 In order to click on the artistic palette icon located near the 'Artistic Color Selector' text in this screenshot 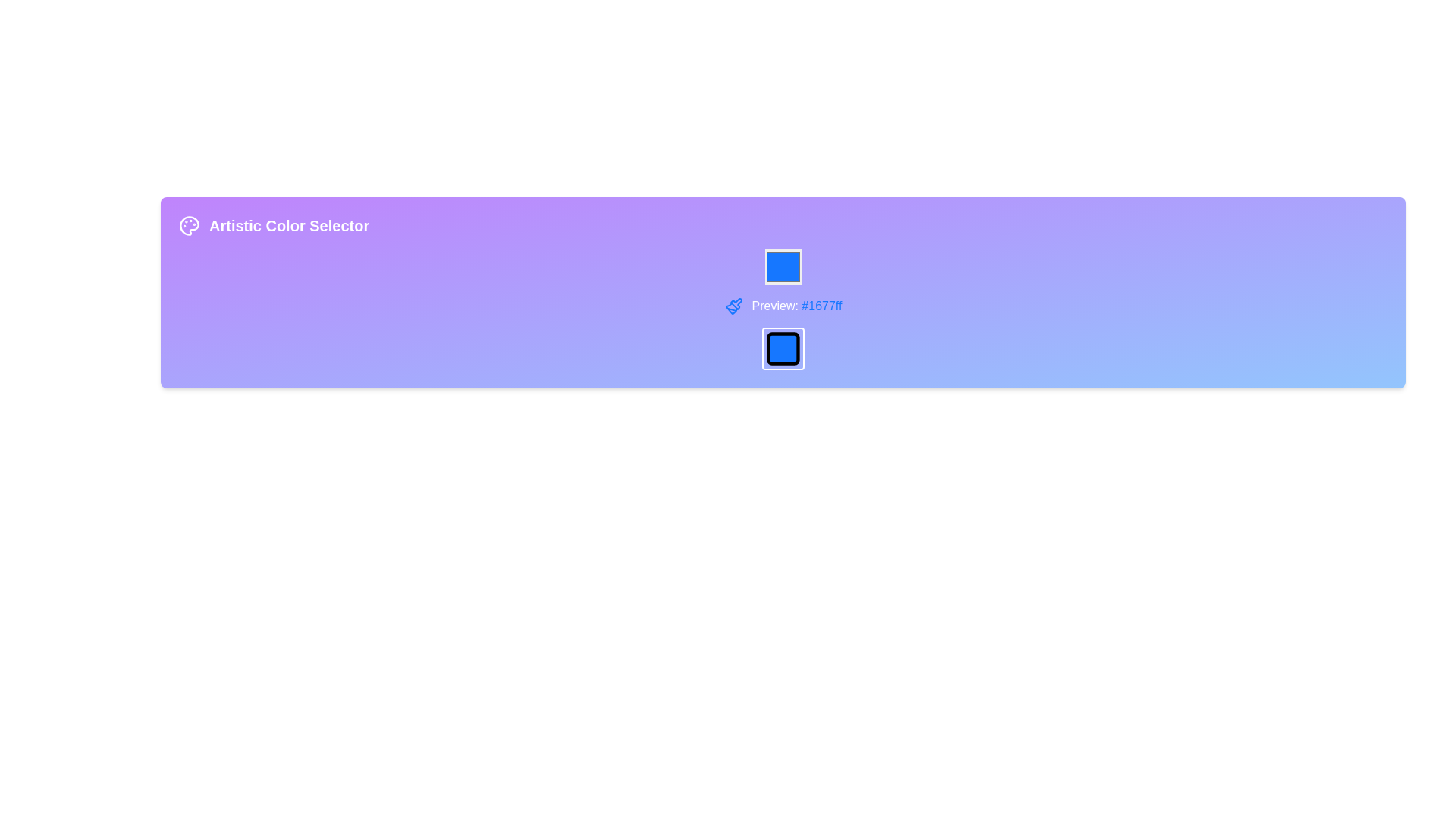, I will do `click(188, 225)`.